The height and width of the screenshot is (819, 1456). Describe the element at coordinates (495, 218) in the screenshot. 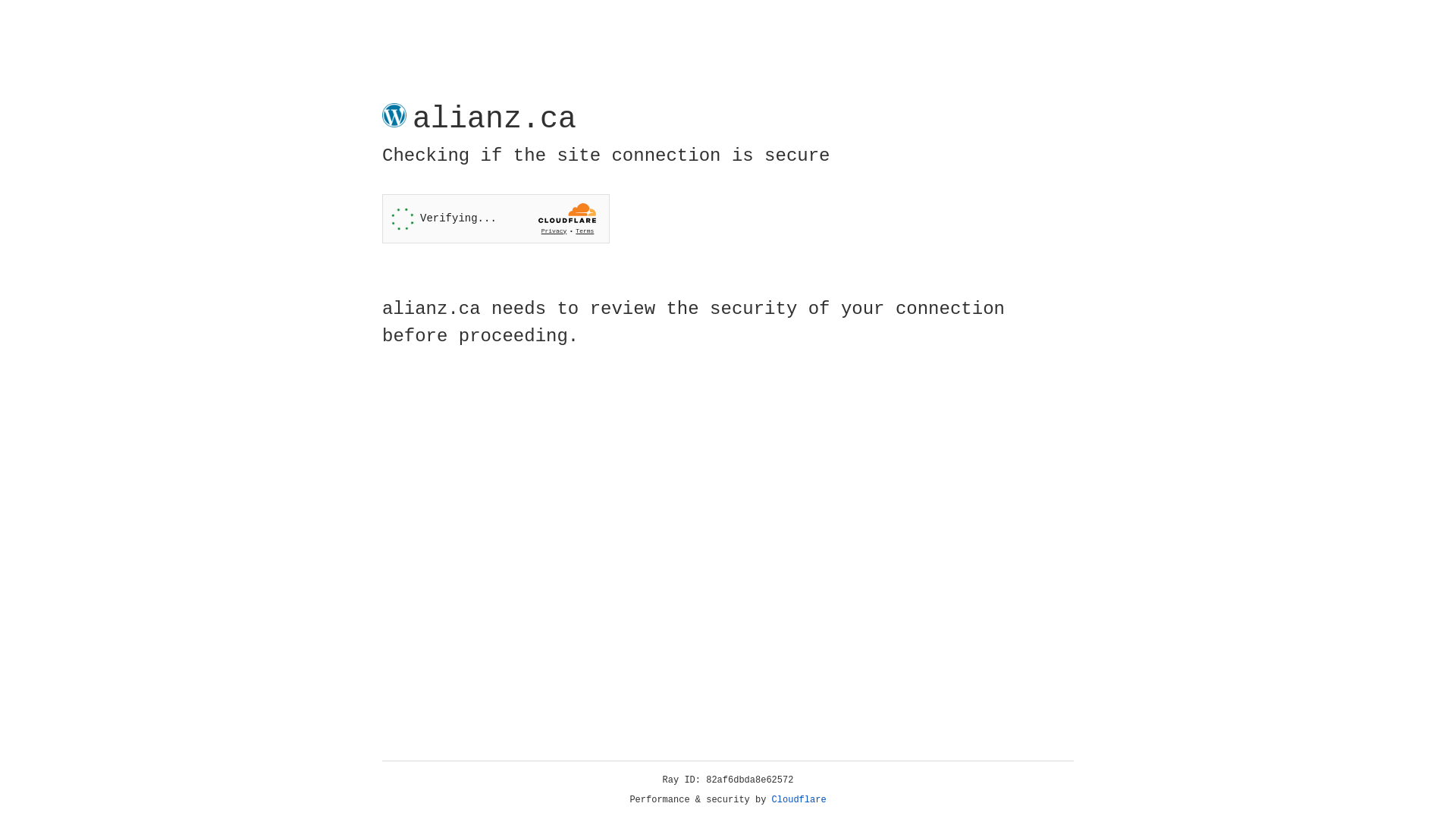

I see `'Widget containing a Cloudflare security challenge'` at that location.